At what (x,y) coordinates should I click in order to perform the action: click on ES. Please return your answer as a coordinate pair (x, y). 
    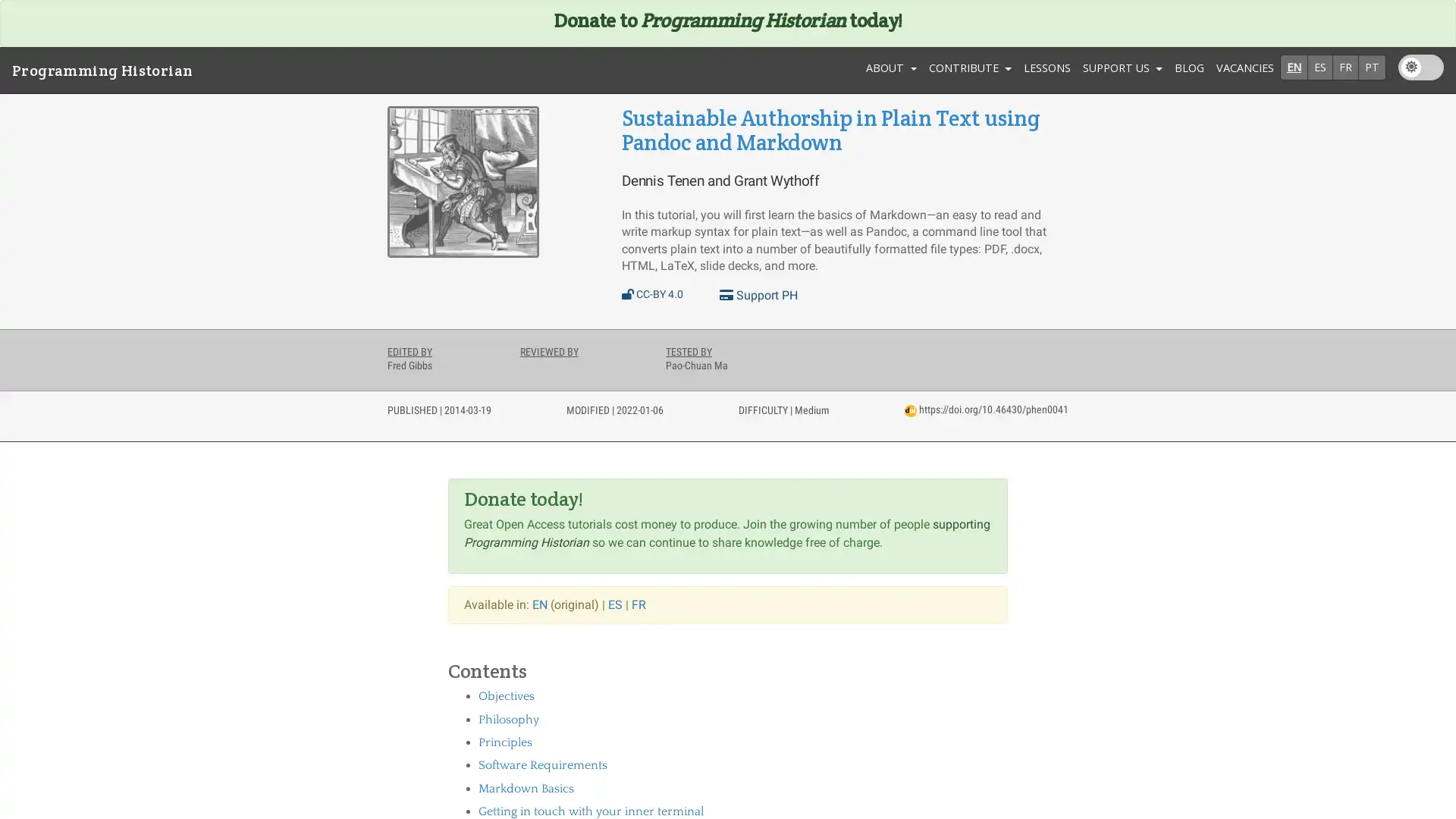
    Looking at the image, I should click on (1319, 66).